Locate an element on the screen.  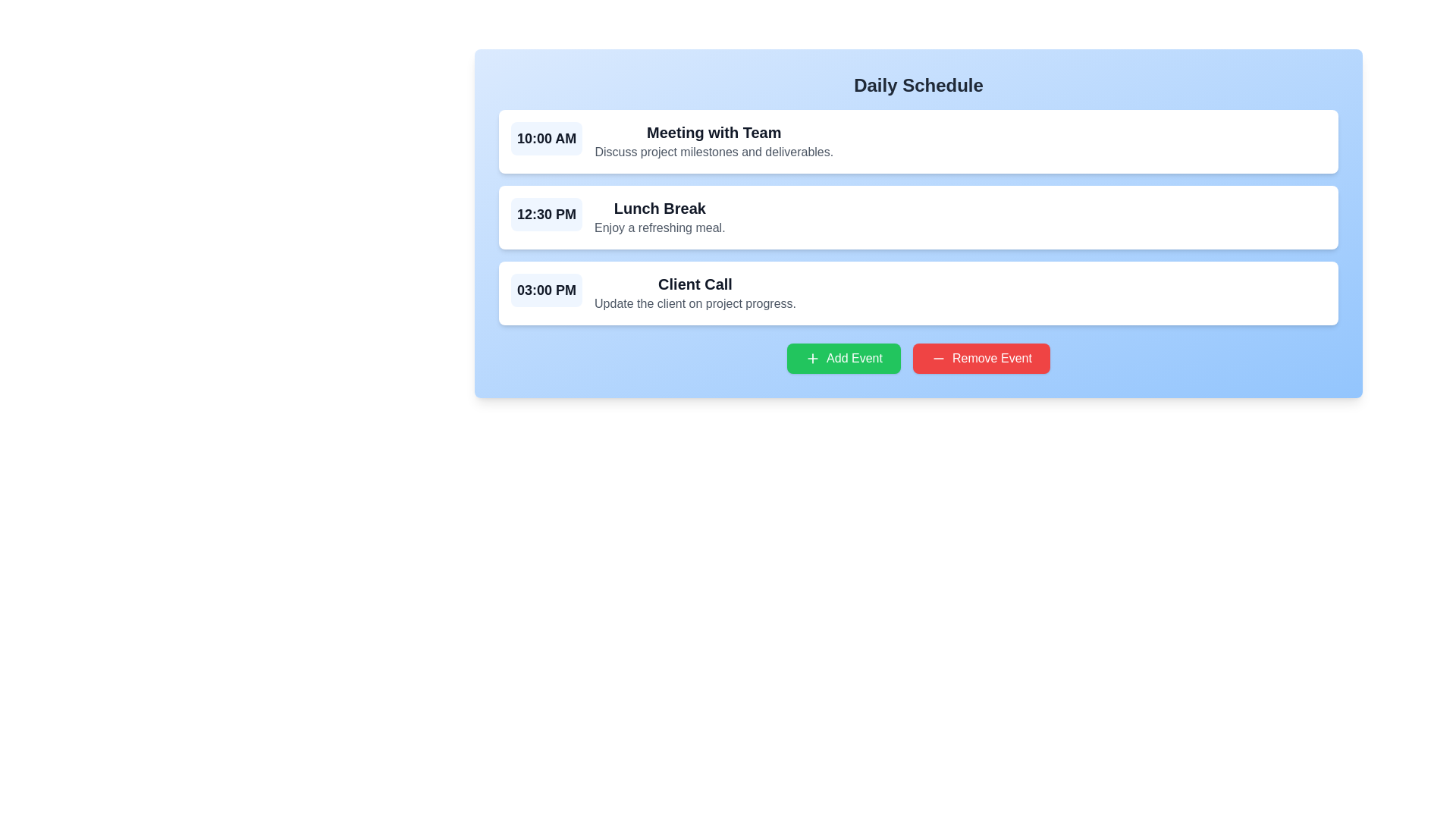
the time indicator text label for the event entry, which is the third time indicator in the daily schedule interface, located to the left of the 'Client Call' title is located at coordinates (546, 290).